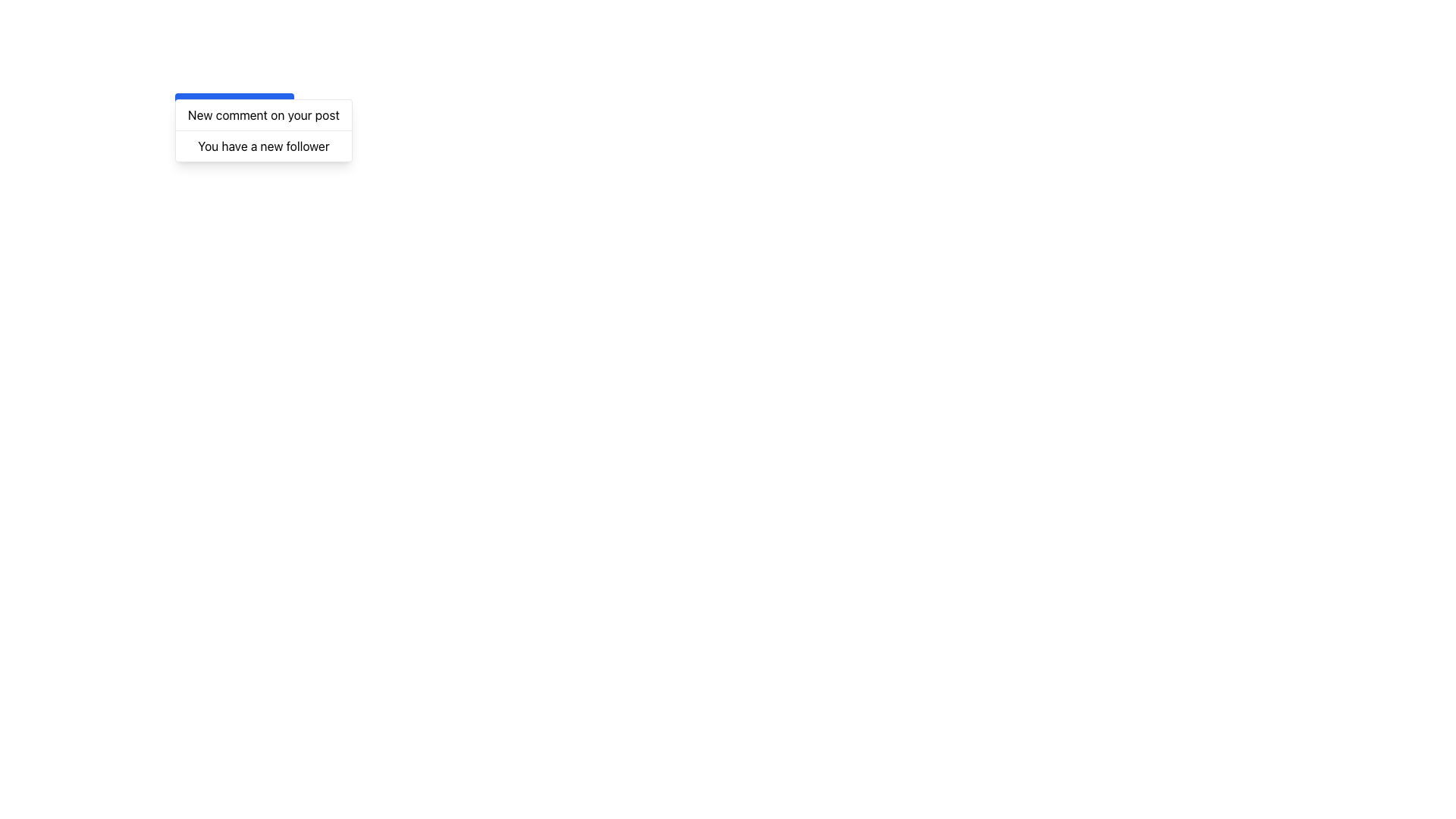 The width and height of the screenshot is (1456, 819). Describe the element at coordinates (263, 114) in the screenshot. I see `the static text label that notifies the user about a new comment on their post, which is the first item in the vertical list of notifications` at that location.